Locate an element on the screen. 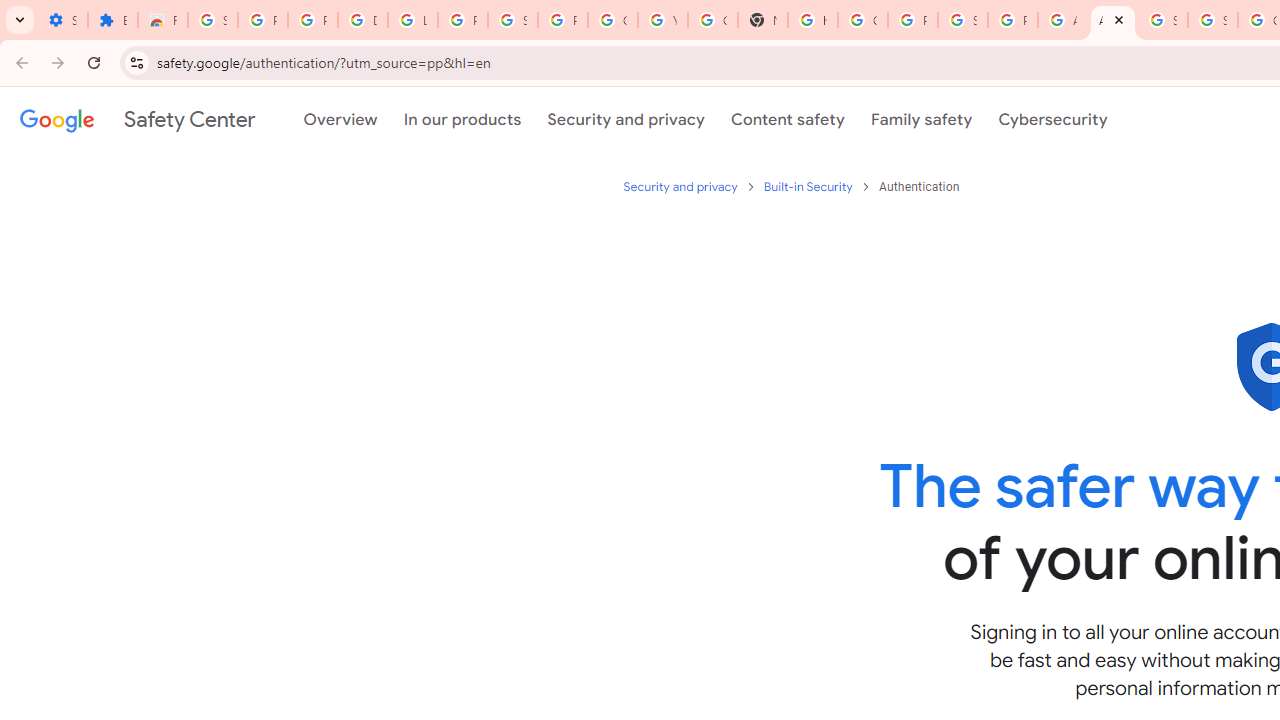 This screenshot has height=720, width=1280. 'Reviews: Helix Fruit Jump Arcade Game' is located at coordinates (163, 20).